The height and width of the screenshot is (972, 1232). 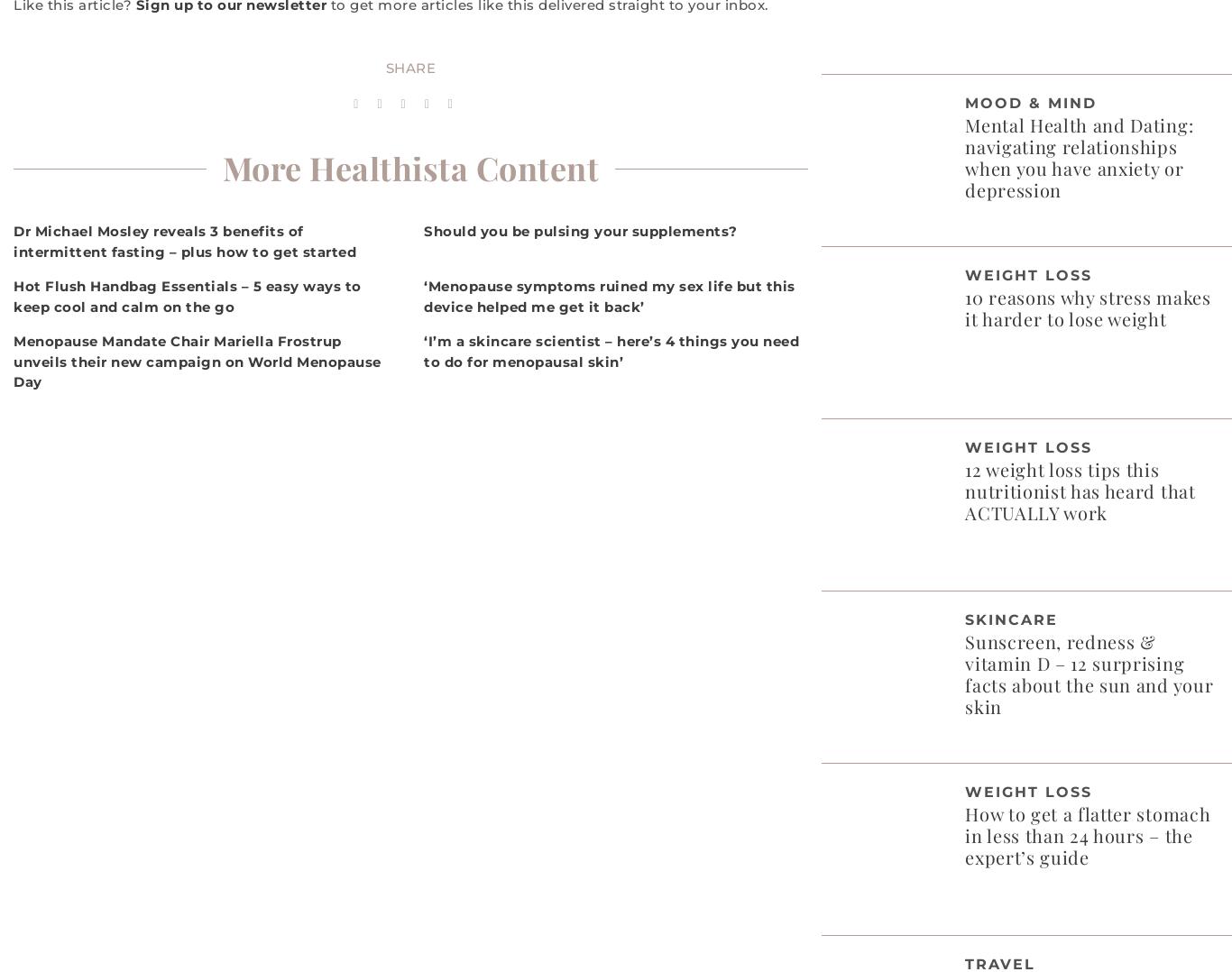 What do you see at coordinates (409, 68) in the screenshot?
I see `'SHARE'` at bounding box center [409, 68].